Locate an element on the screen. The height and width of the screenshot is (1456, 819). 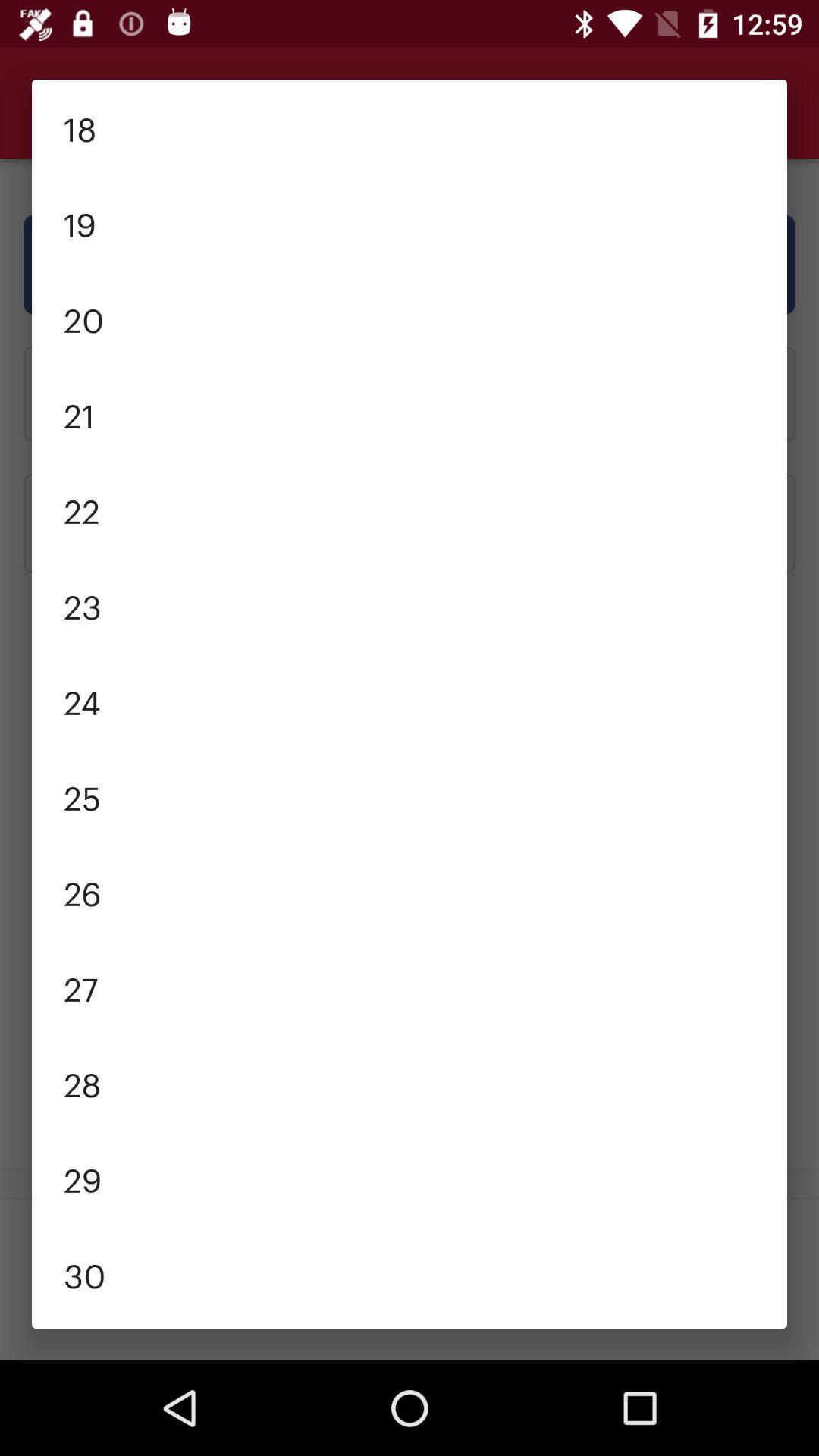
item above the 31 icon is located at coordinates (409, 1274).